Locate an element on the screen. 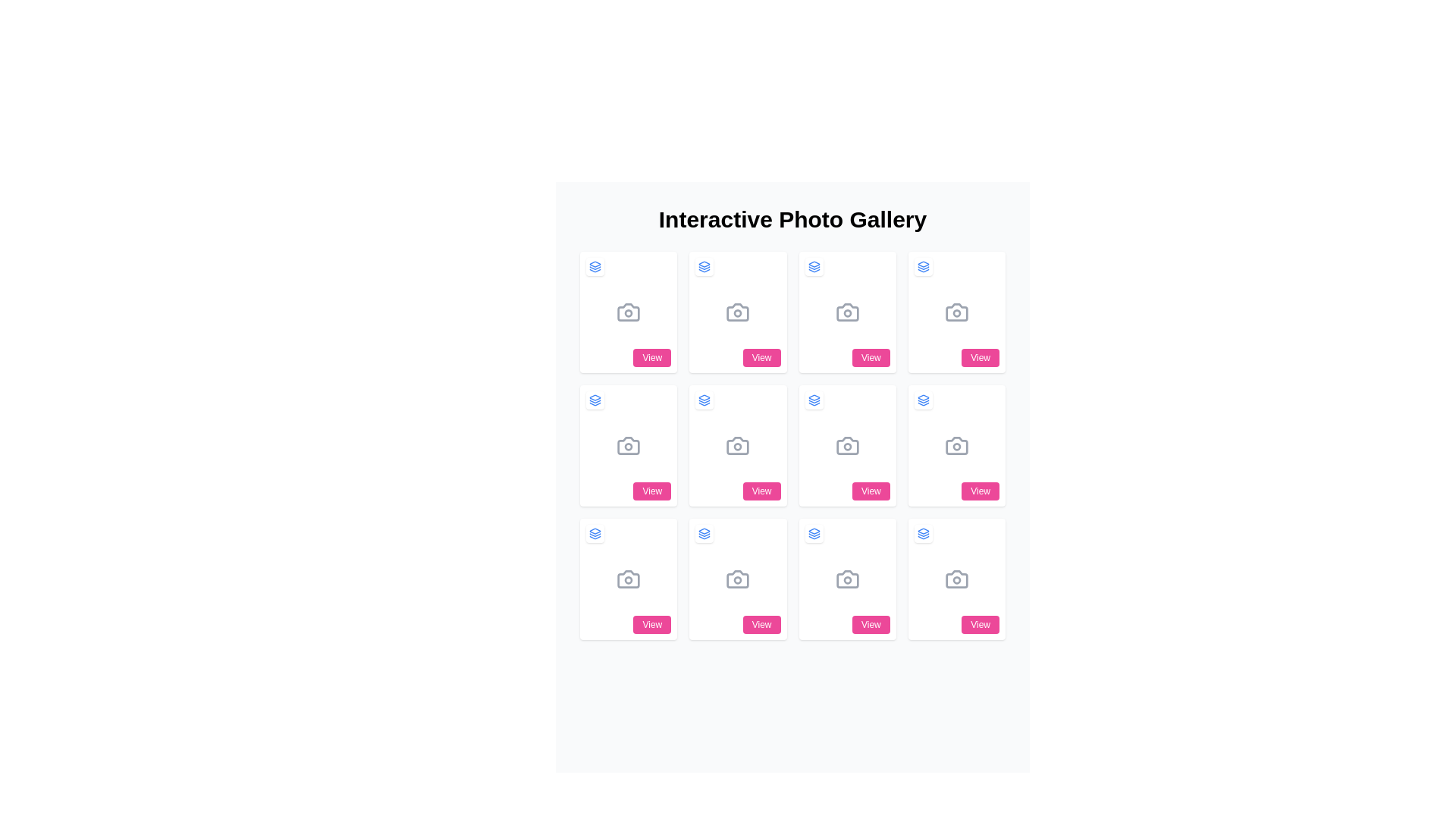 The image size is (1456, 819). the camera icon in the interactive photo gallery, located in the second row and first column of the card, which is centrally positioned above the 'View' button is located at coordinates (629, 444).